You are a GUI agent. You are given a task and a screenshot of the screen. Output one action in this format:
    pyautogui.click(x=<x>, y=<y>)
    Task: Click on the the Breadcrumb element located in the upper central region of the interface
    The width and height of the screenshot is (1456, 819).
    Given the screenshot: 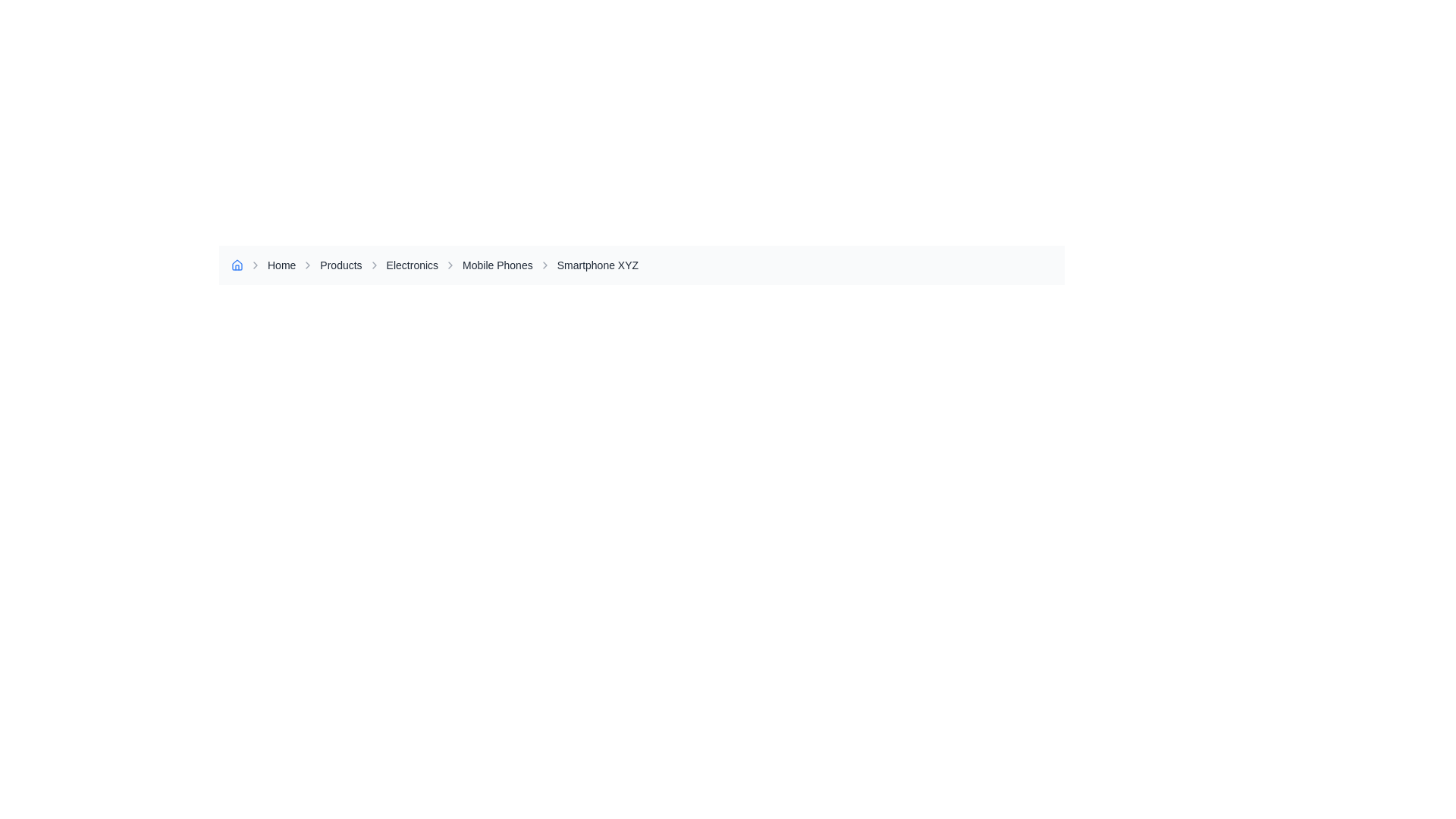 What is the action you would take?
    pyautogui.click(x=642, y=265)
    